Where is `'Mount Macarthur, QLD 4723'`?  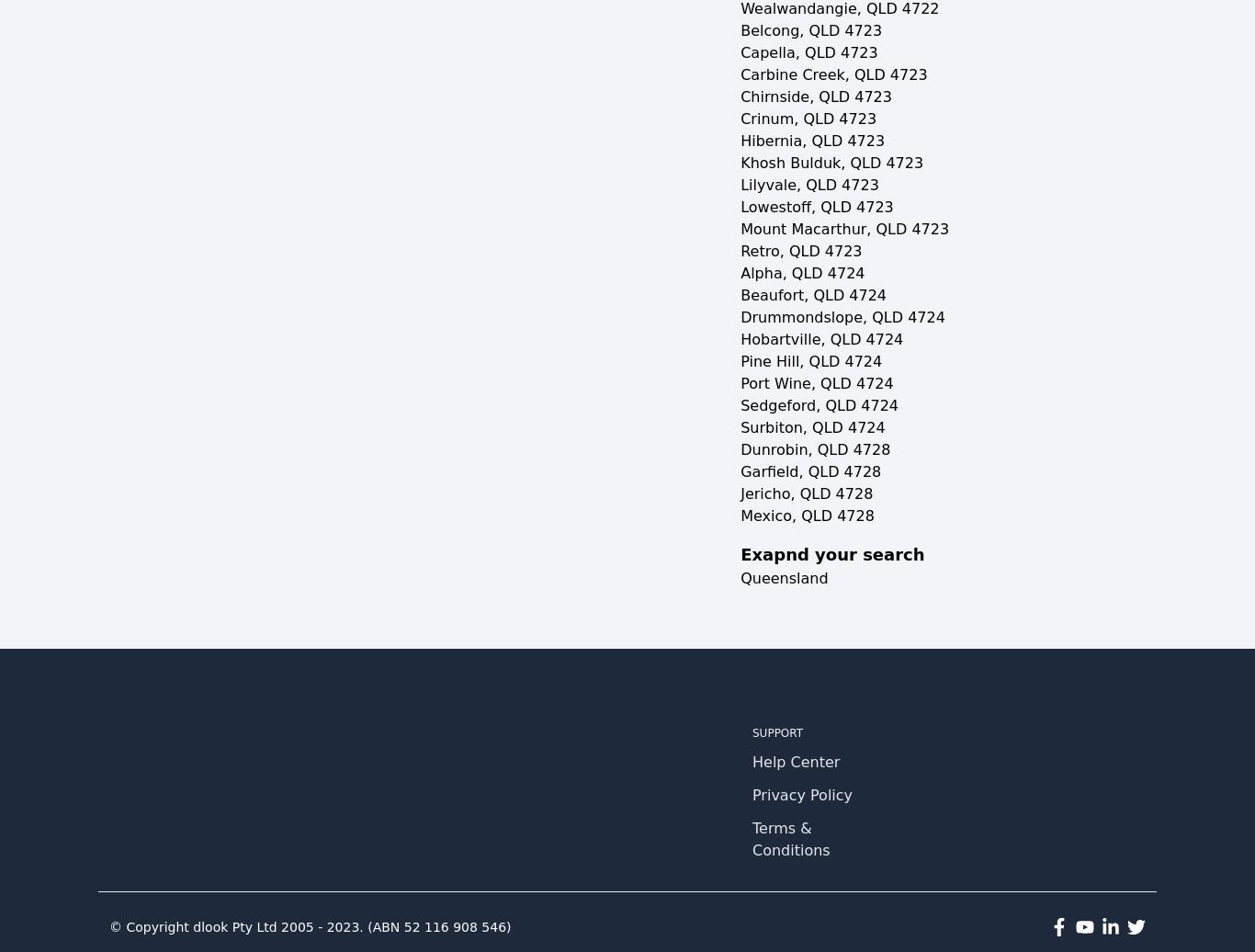 'Mount Macarthur, QLD 4723' is located at coordinates (844, 229).